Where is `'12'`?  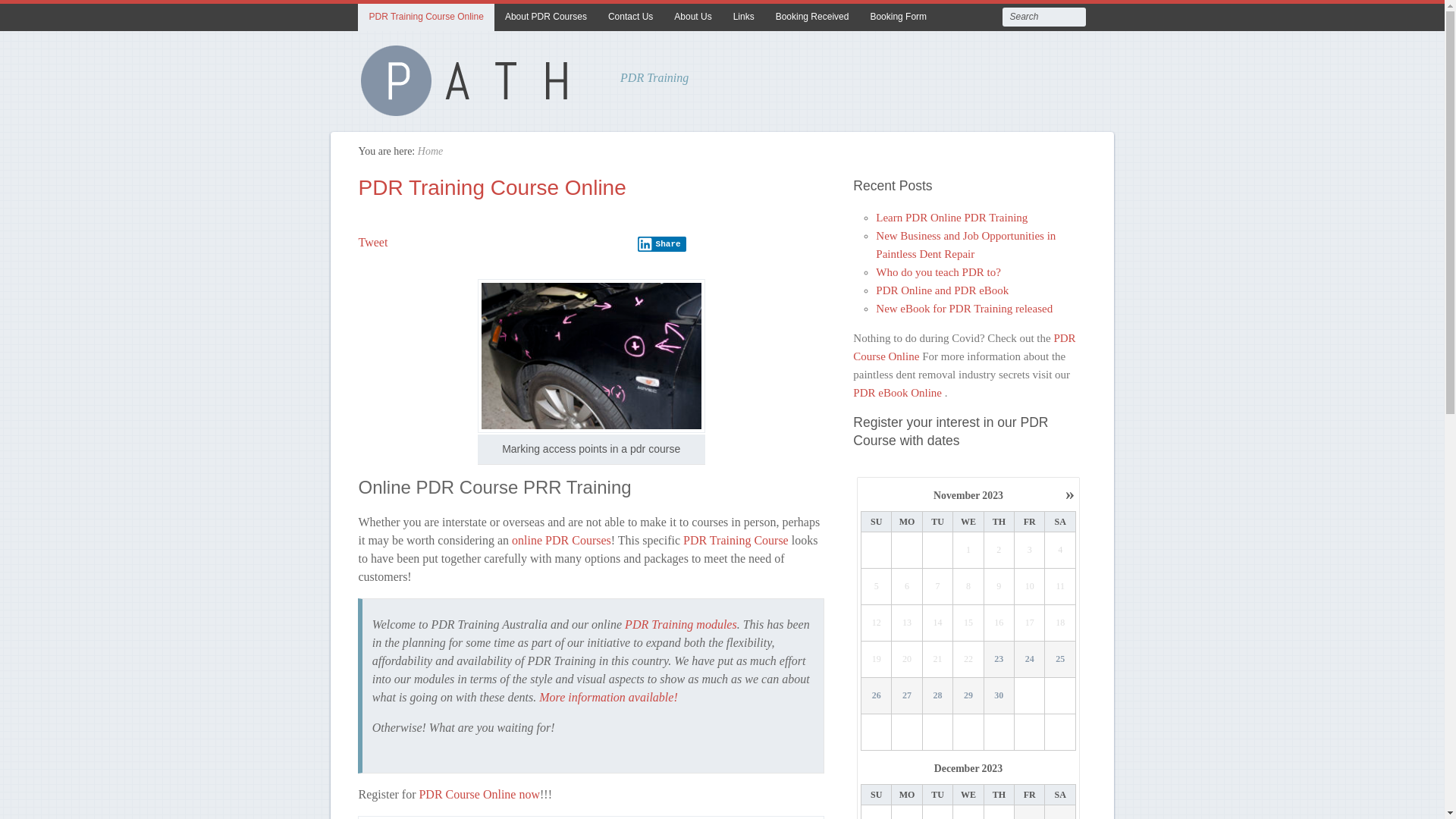 '12' is located at coordinates (861, 623).